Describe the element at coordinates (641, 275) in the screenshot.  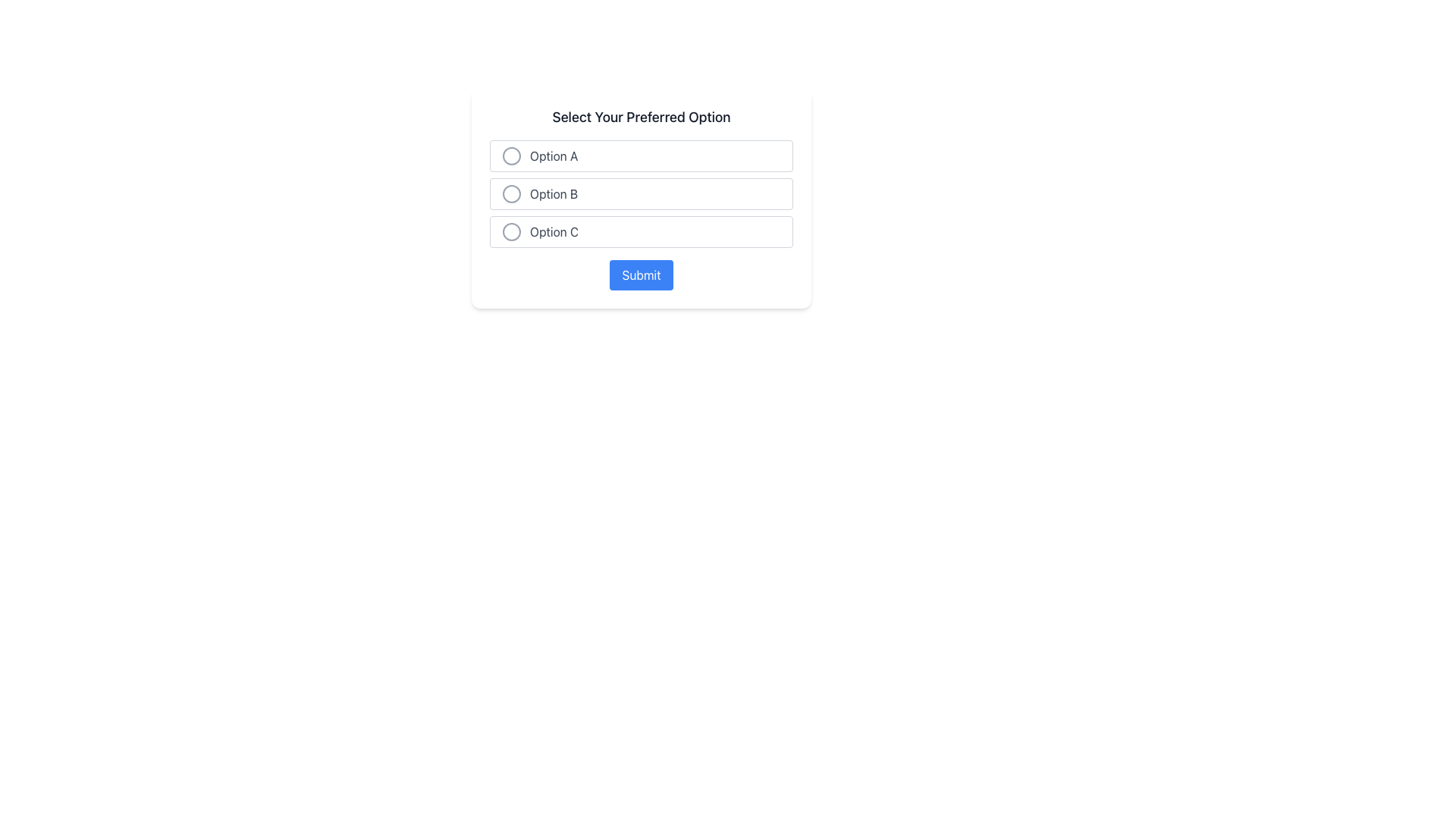
I see `the submission button located at the bottom of the form, centered beneath the options 'Option A', 'Option B', and 'Option C'` at that location.